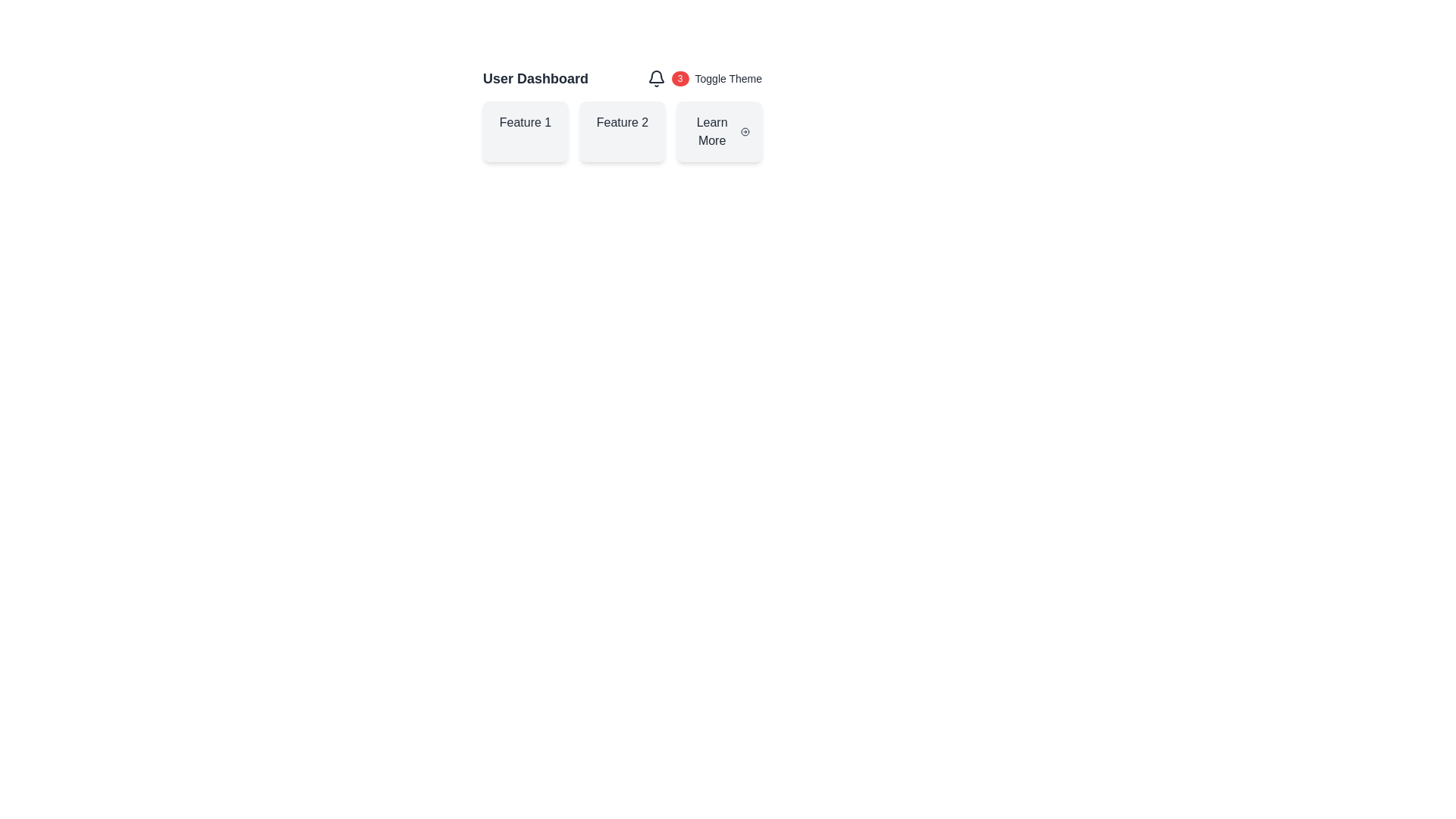  What do you see at coordinates (525, 130) in the screenshot?
I see `the first card component labeled 'Feature 1' in the User Dashboard section for accessibility navigation` at bounding box center [525, 130].